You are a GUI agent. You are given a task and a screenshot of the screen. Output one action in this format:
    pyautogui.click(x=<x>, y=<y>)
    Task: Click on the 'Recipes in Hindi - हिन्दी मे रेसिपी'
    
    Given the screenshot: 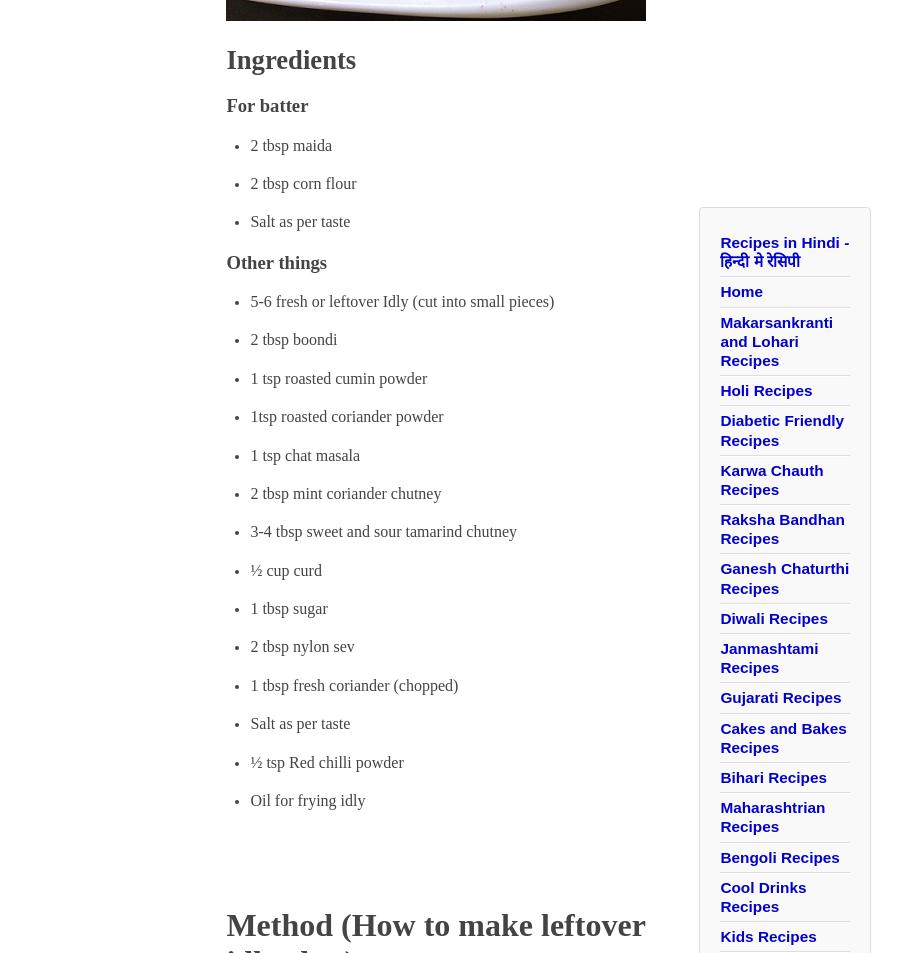 What is the action you would take?
    pyautogui.click(x=783, y=250)
    